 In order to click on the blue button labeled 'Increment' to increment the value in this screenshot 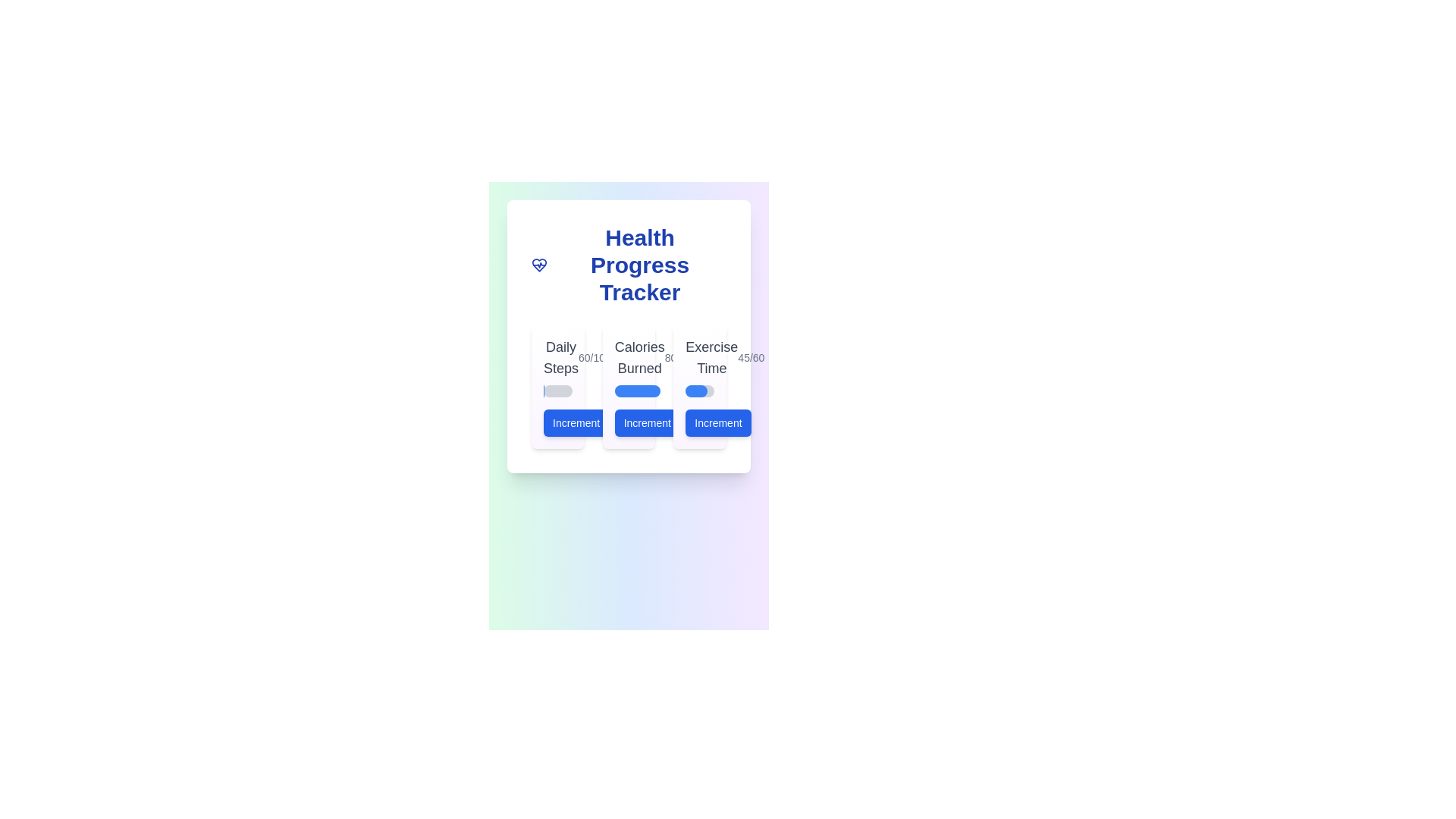, I will do `click(647, 423)`.